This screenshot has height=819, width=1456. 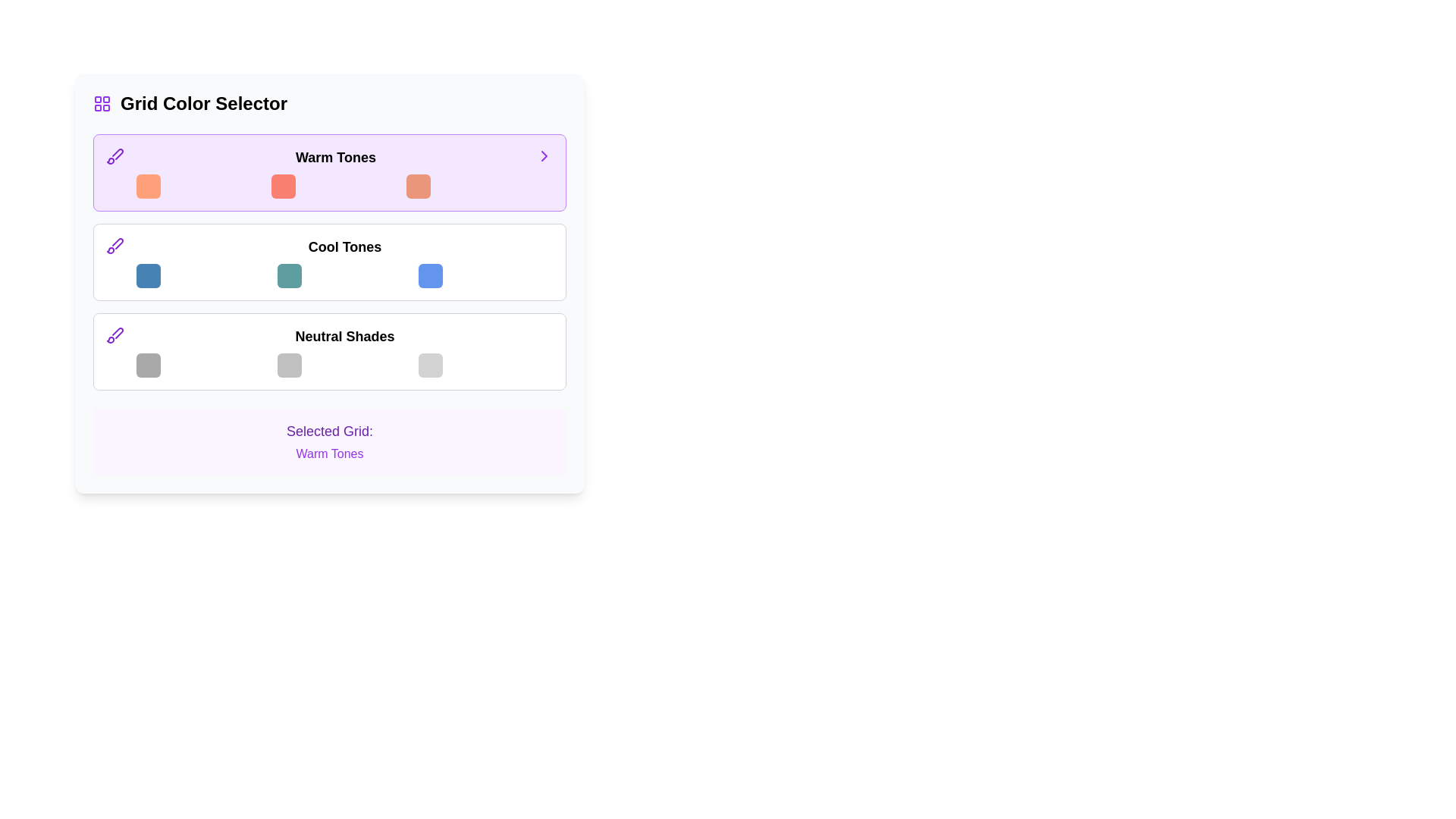 I want to click on the third square color swatch with a salmon-like color in the 'Warm Tones' section, so click(x=419, y=186).